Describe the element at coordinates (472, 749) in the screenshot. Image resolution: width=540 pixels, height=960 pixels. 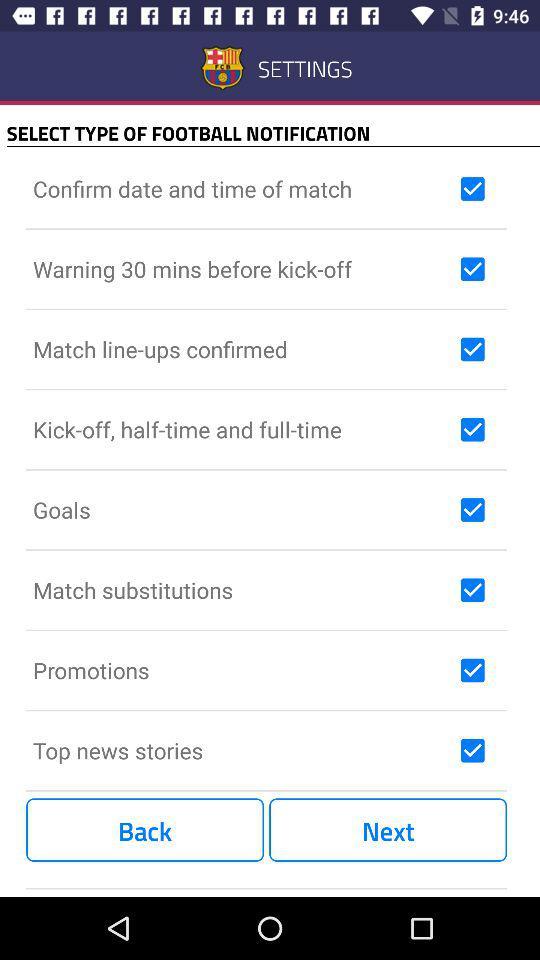
I see `notification for top news stories` at that location.